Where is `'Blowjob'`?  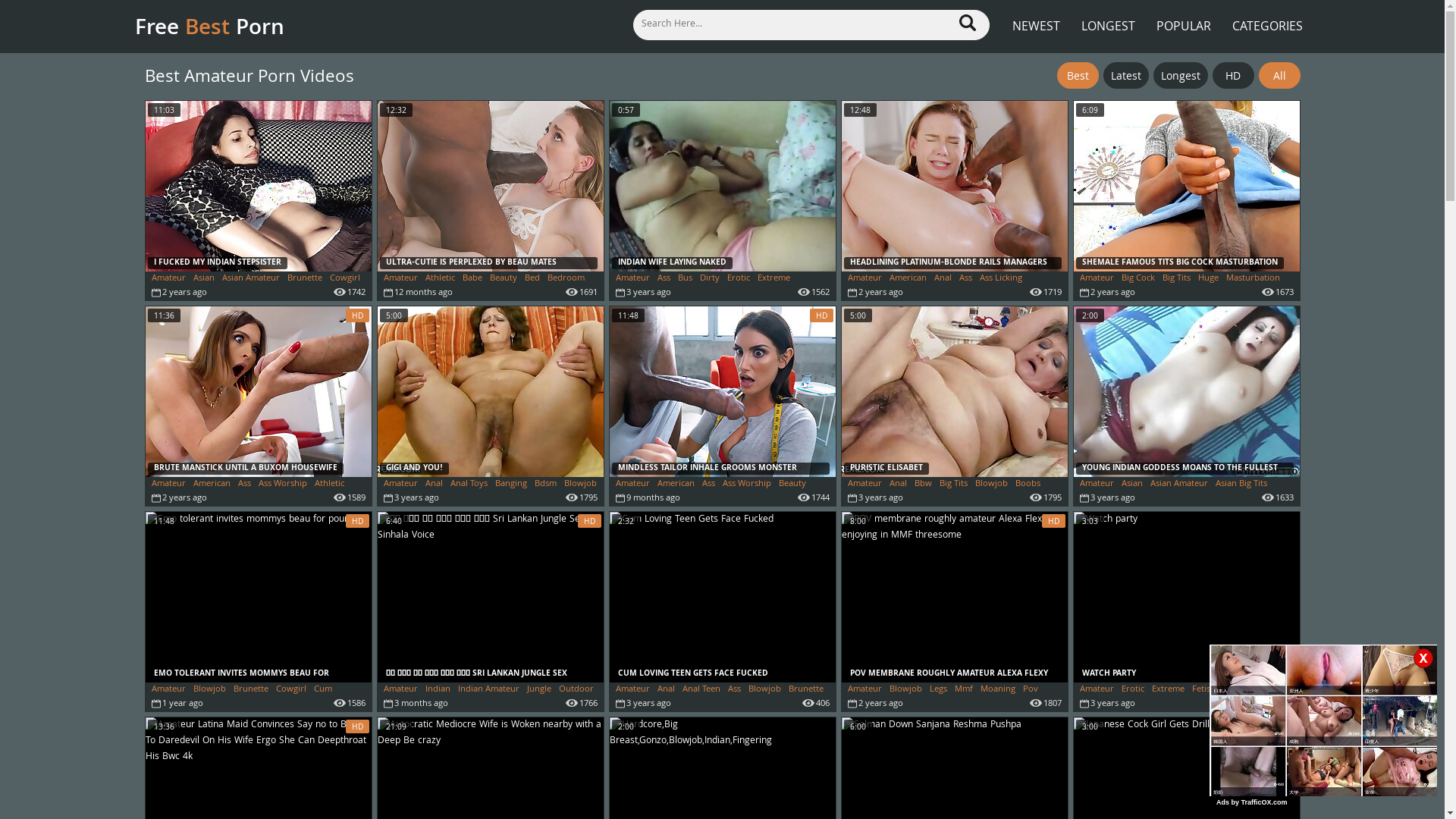 'Blowjob' is located at coordinates (192, 689).